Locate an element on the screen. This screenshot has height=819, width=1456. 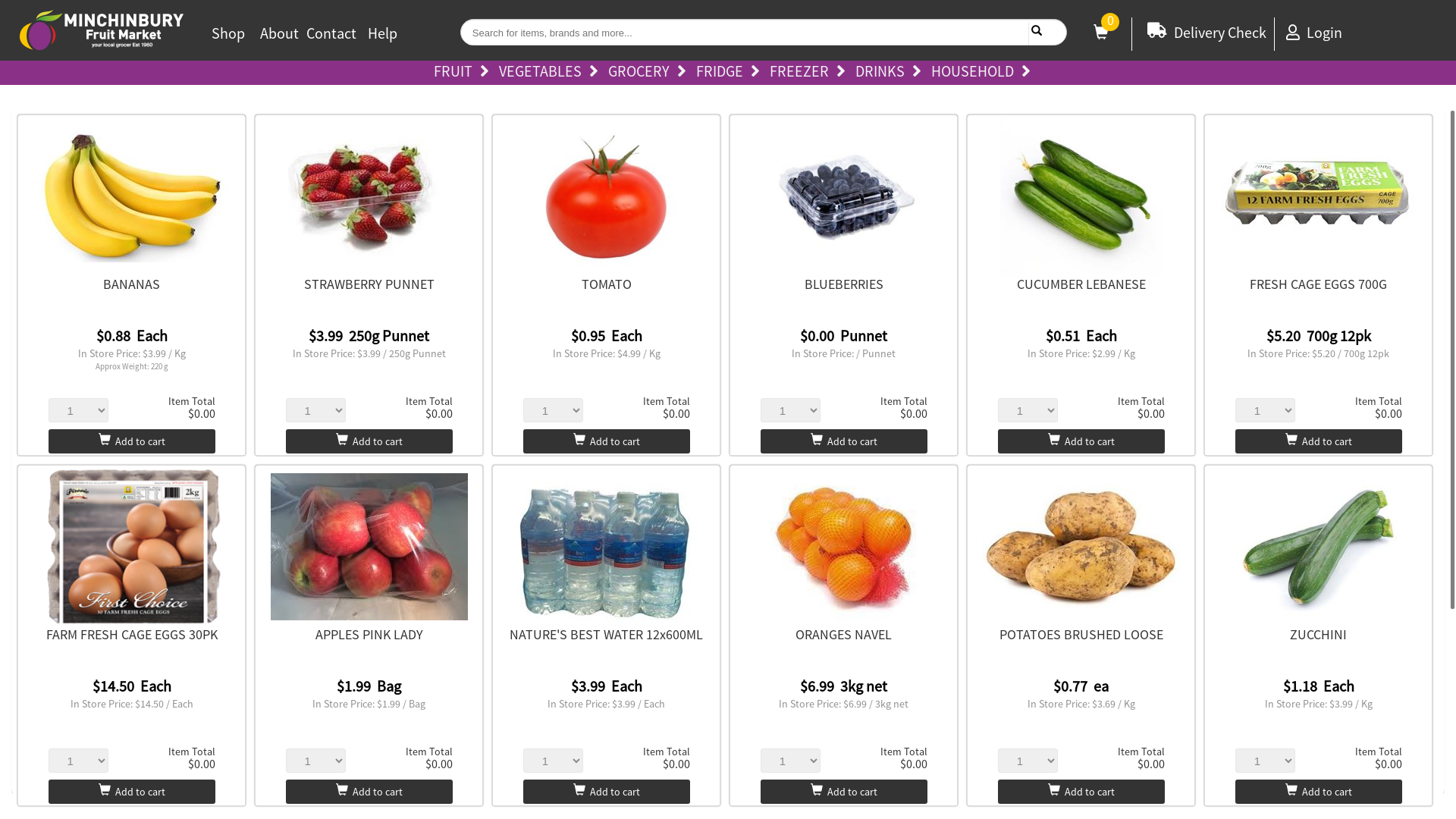
'FRESH CAGE EGGS 700G' is located at coordinates (1249, 284).